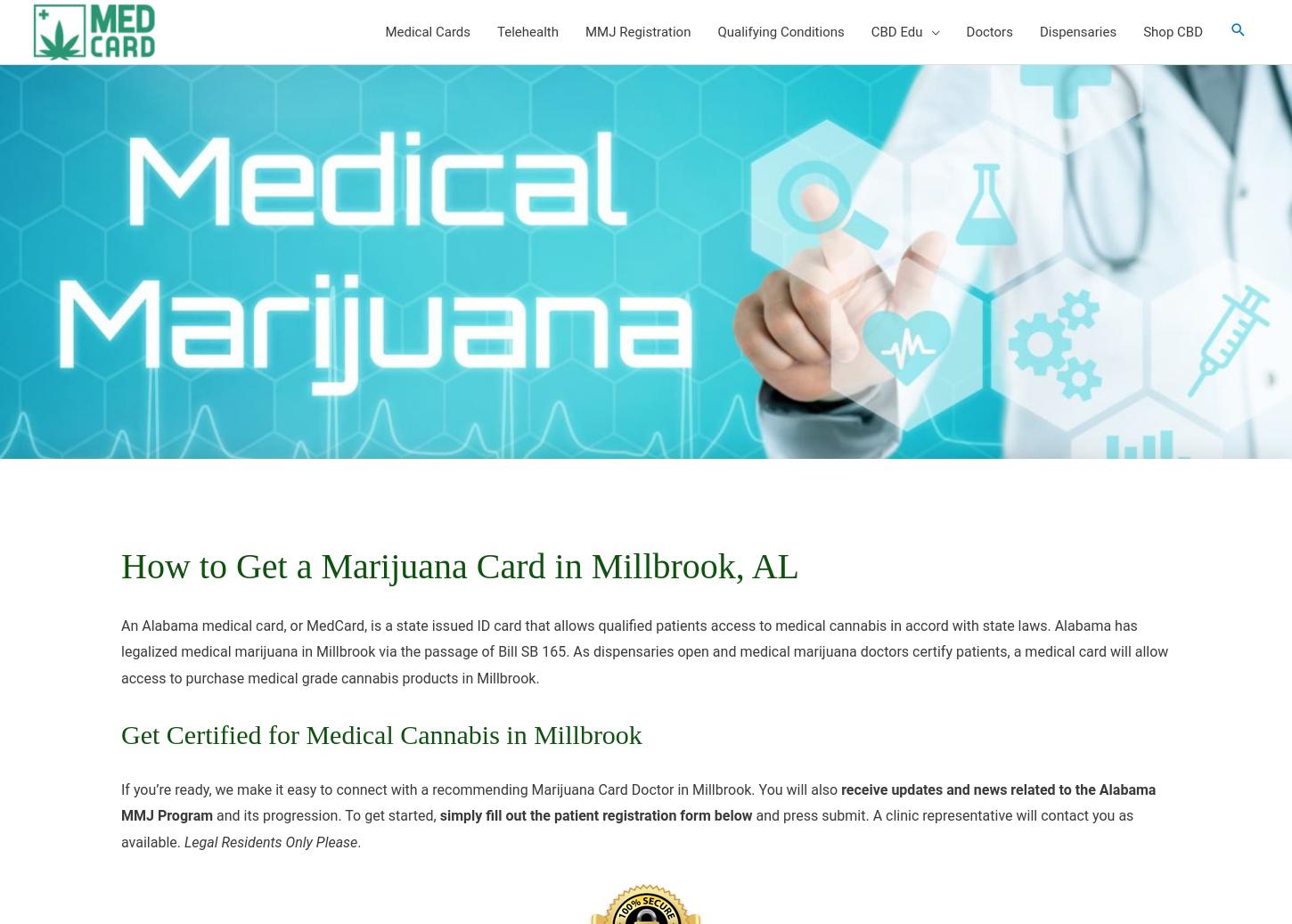 Image resolution: width=1292 pixels, height=924 pixels. I want to click on 'and its progression. To get started,', so click(324, 815).